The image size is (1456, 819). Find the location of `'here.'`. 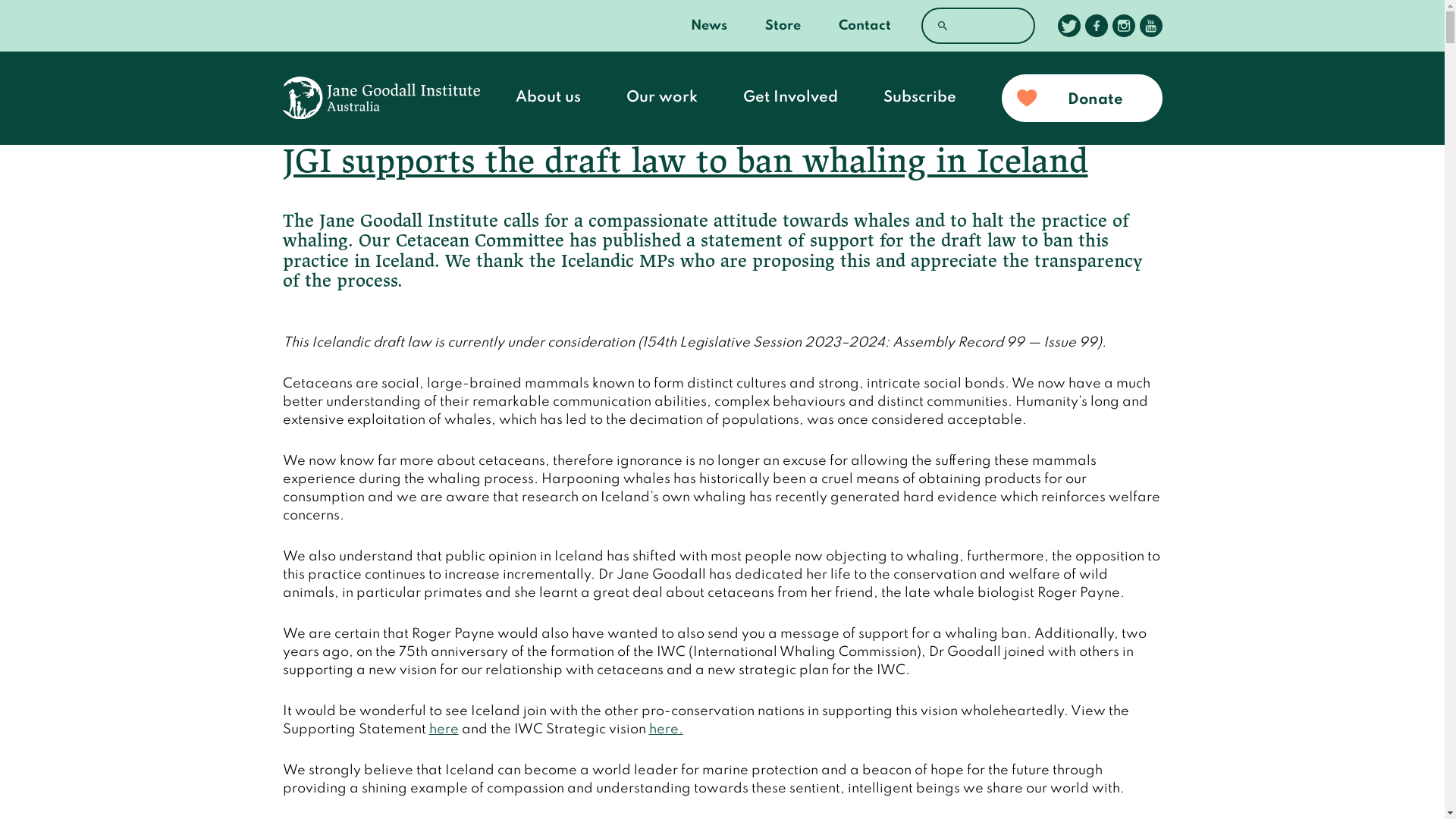

'here.' is located at coordinates (648, 728).